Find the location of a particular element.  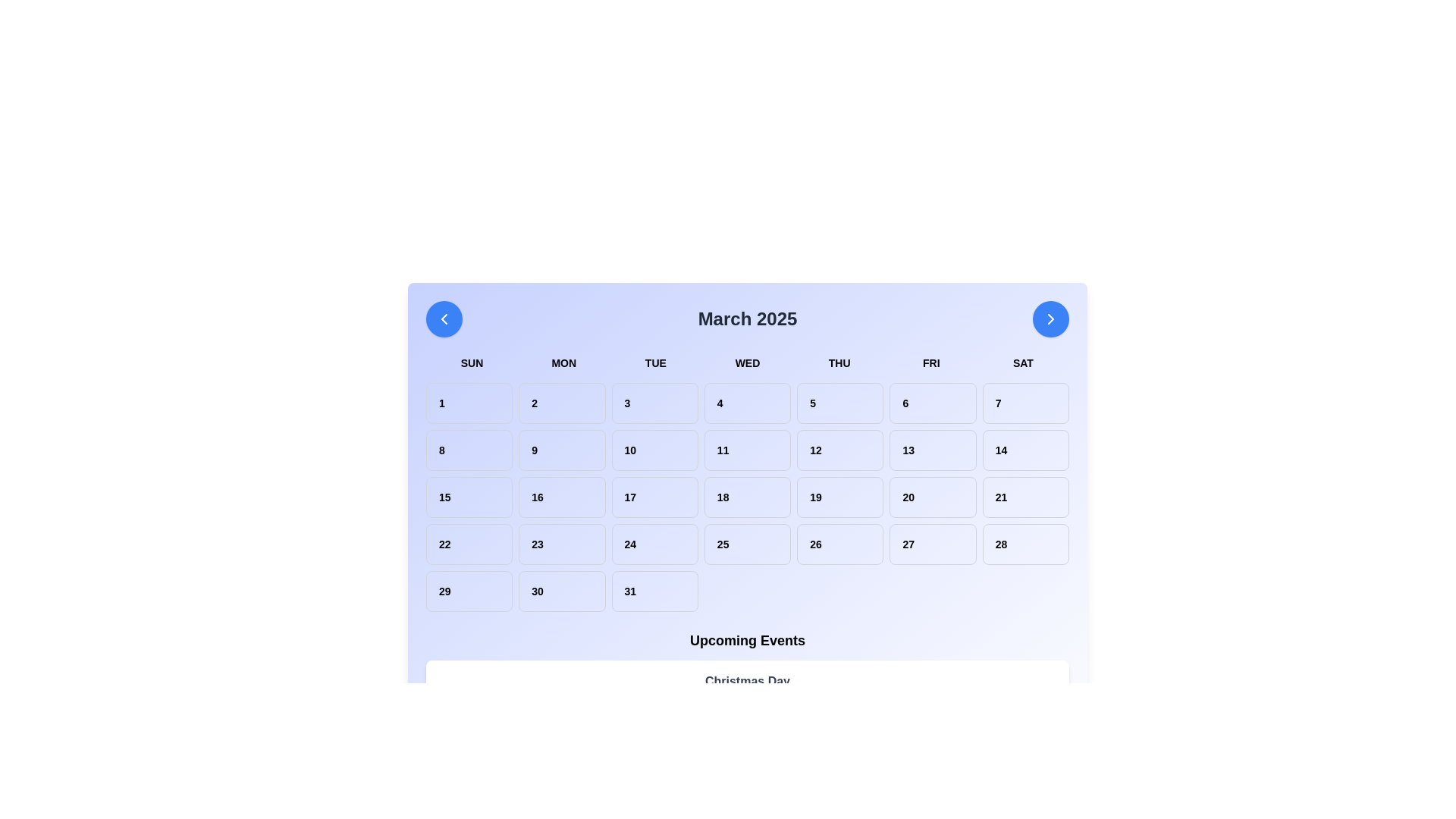

the interactive calendar date cell representing the date '18' is located at coordinates (747, 497).